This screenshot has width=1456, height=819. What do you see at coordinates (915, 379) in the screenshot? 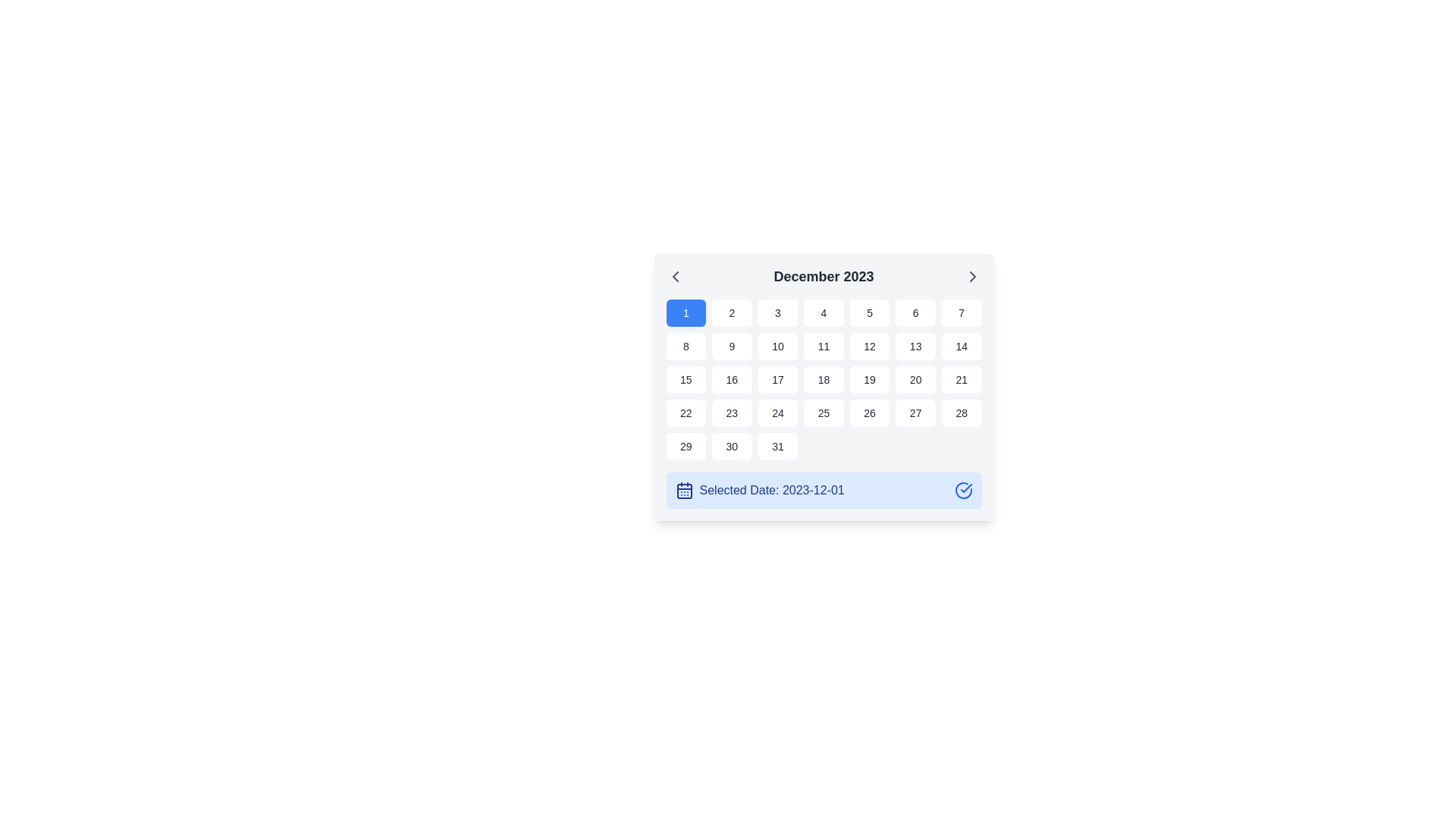
I see `the button representing the 20th of December 2023 in the date picker grid located in the fourth row and sixth column` at bounding box center [915, 379].